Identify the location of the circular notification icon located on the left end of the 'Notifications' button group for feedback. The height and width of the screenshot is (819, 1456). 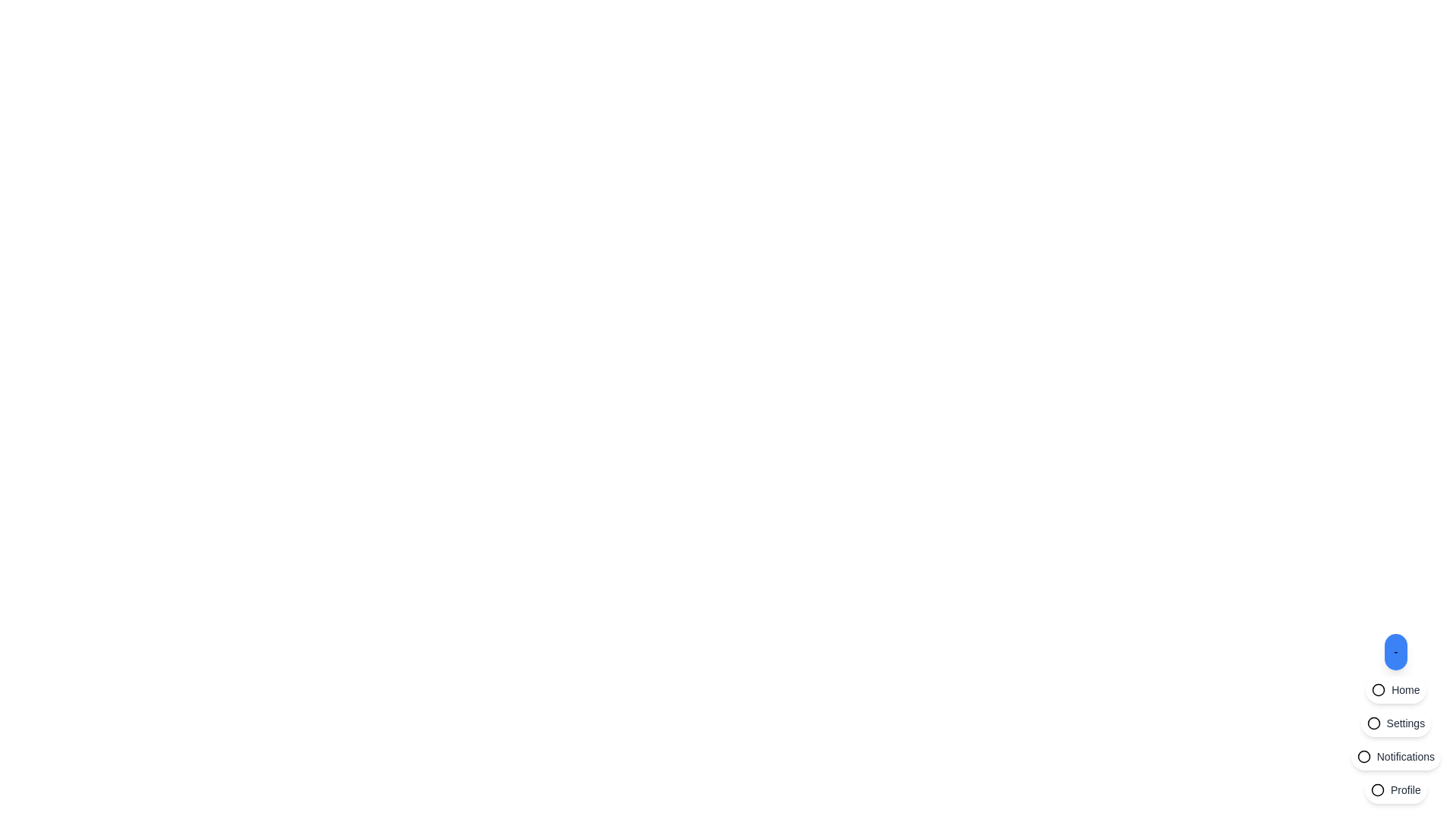
(1363, 757).